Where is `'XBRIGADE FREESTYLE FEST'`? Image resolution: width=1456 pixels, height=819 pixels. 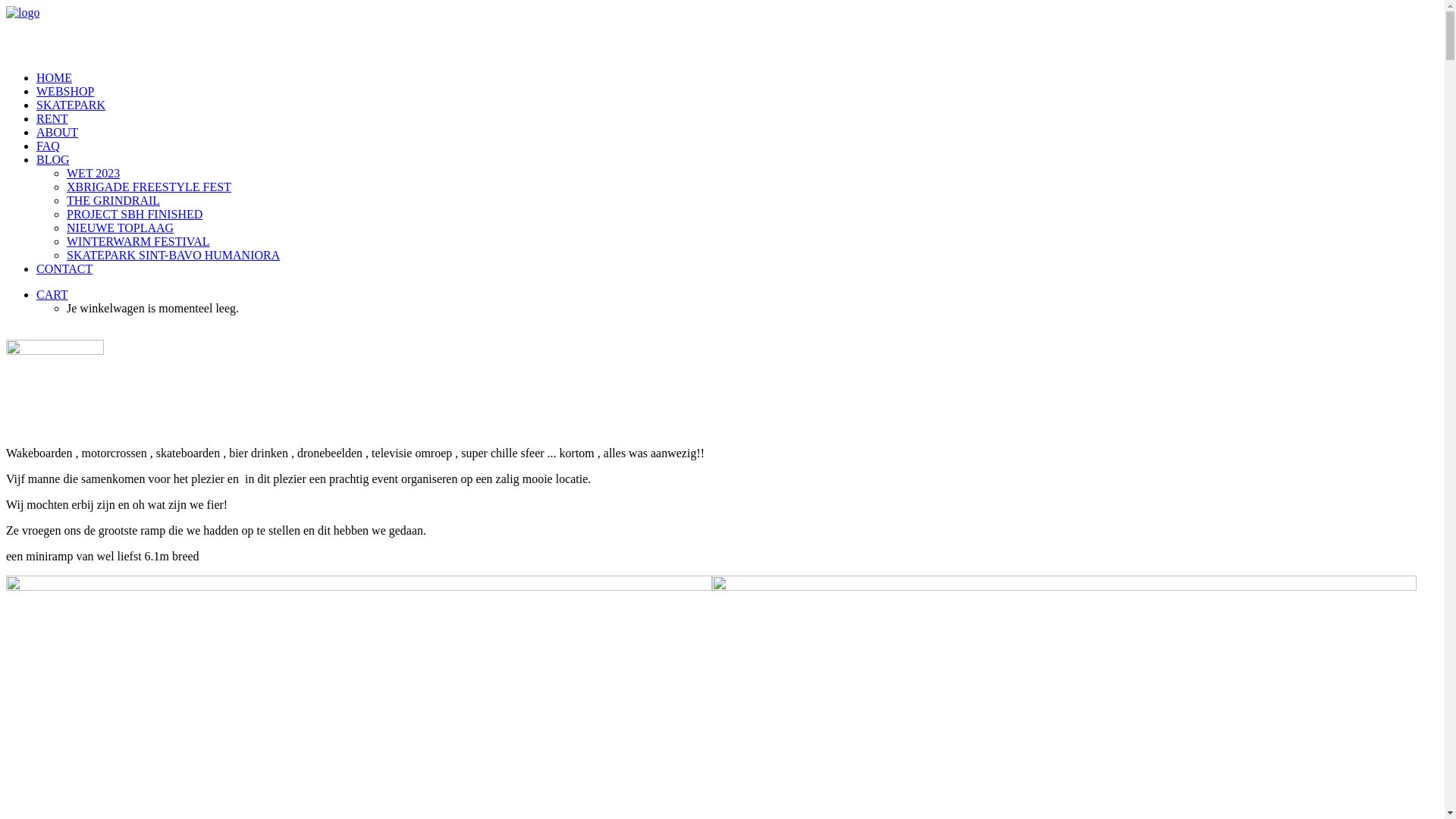
'XBRIGADE FREESTYLE FEST' is located at coordinates (65, 186).